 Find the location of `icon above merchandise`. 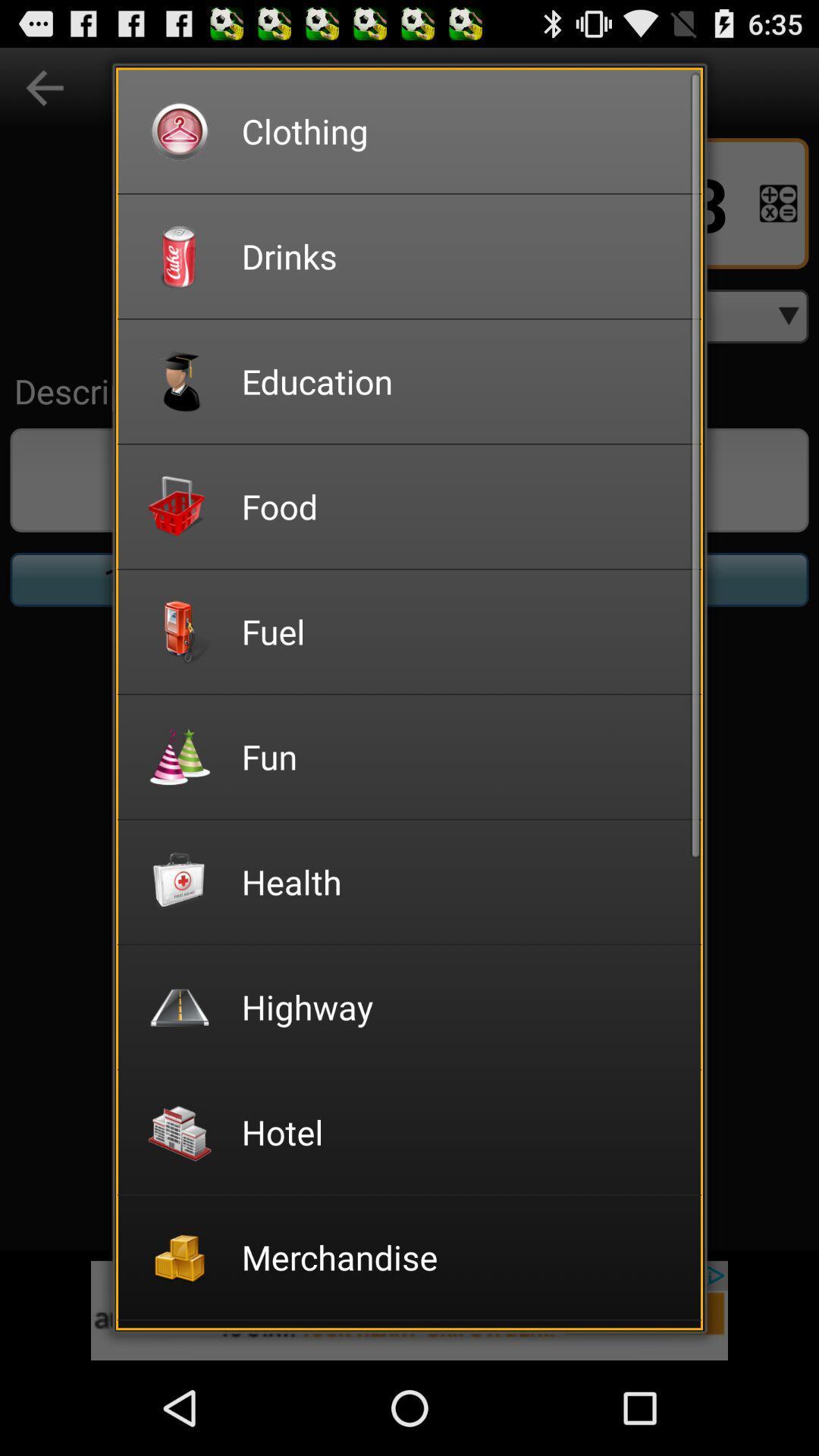

icon above merchandise is located at coordinates (460, 1131).